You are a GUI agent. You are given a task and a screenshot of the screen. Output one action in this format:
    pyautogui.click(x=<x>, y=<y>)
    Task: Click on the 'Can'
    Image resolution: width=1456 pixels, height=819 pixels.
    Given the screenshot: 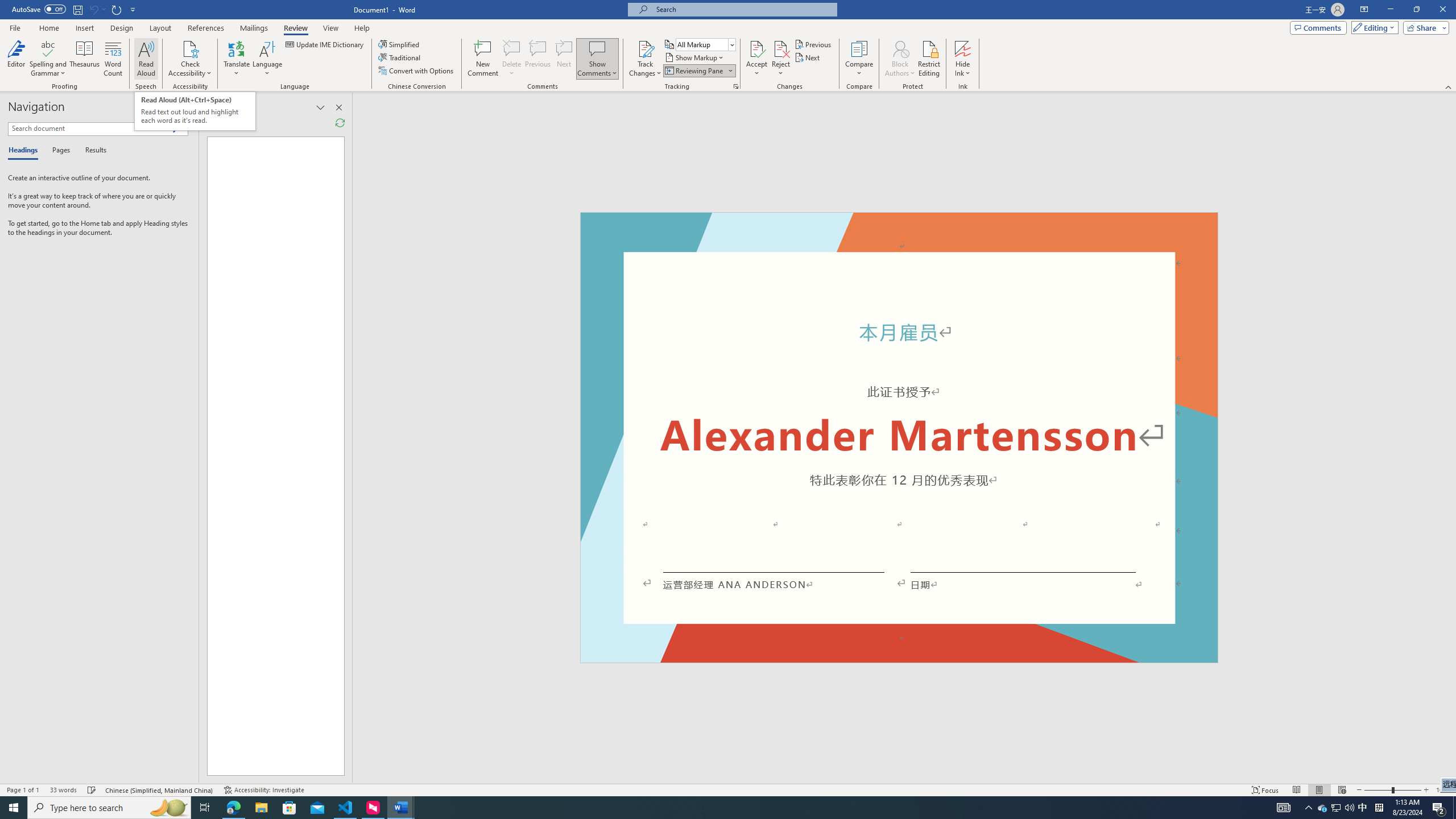 What is the action you would take?
    pyautogui.click(x=93, y=9)
    